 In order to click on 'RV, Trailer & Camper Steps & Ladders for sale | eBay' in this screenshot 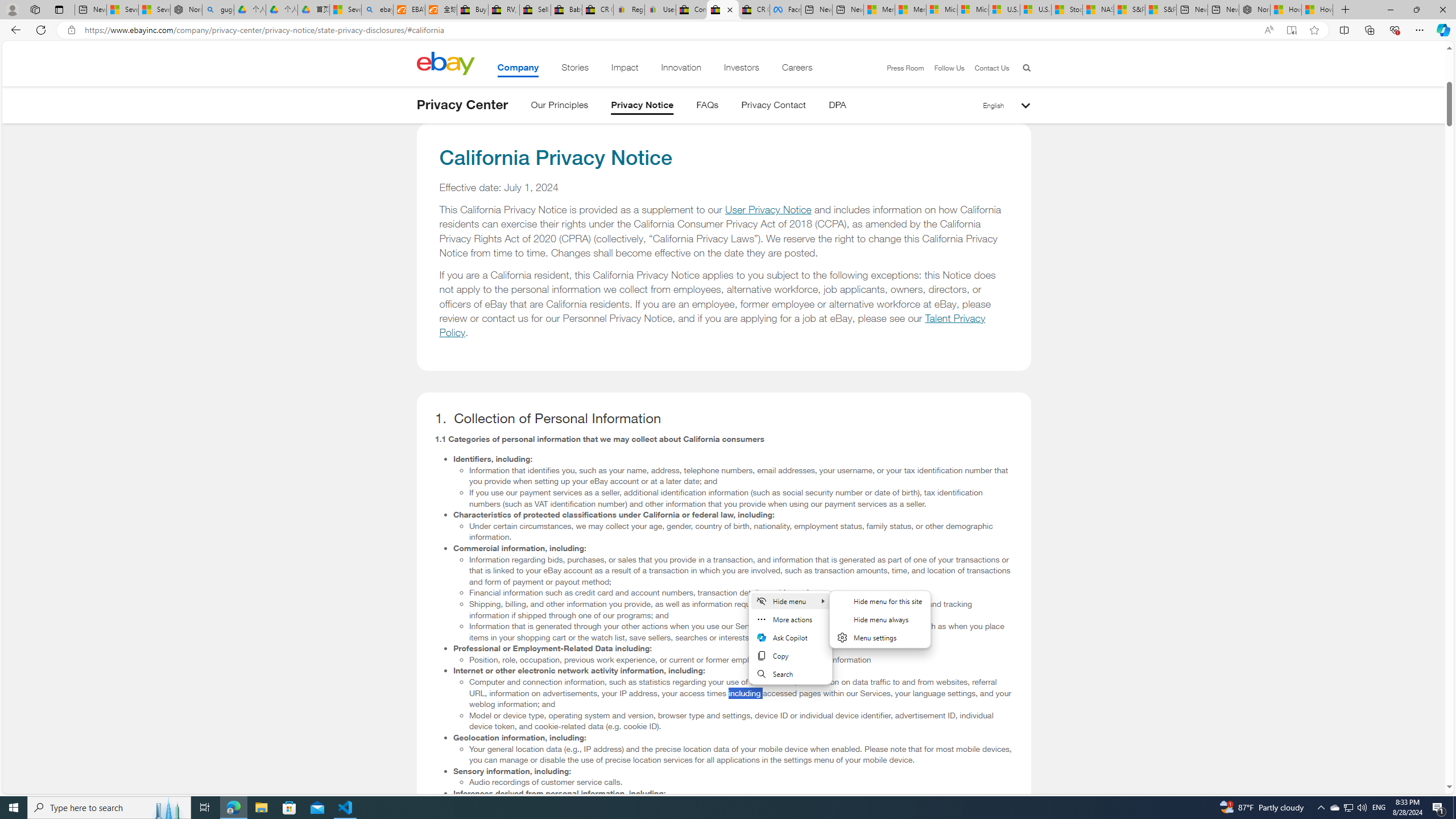, I will do `click(503, 9)`.